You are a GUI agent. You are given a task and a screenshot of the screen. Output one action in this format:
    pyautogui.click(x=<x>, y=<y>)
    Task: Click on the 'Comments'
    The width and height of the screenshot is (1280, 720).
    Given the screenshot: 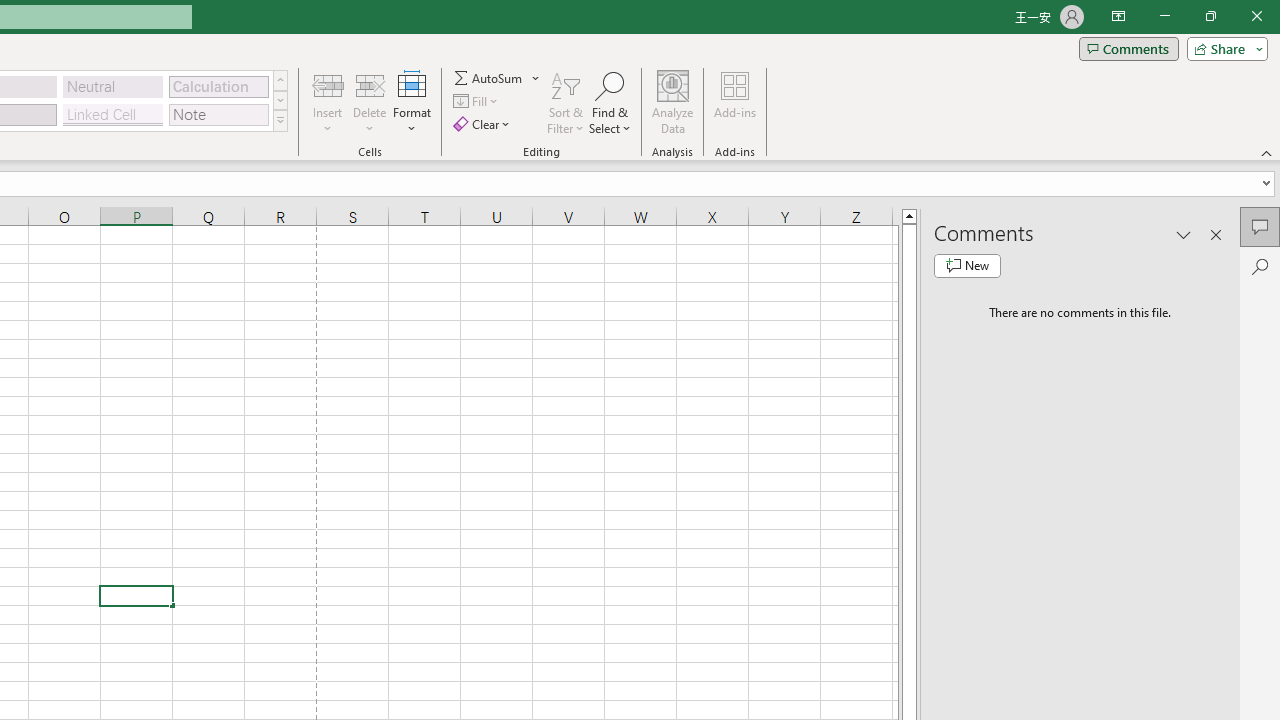 What is the action you would take?
    pyautogui.click(x=1128, y=47)
    